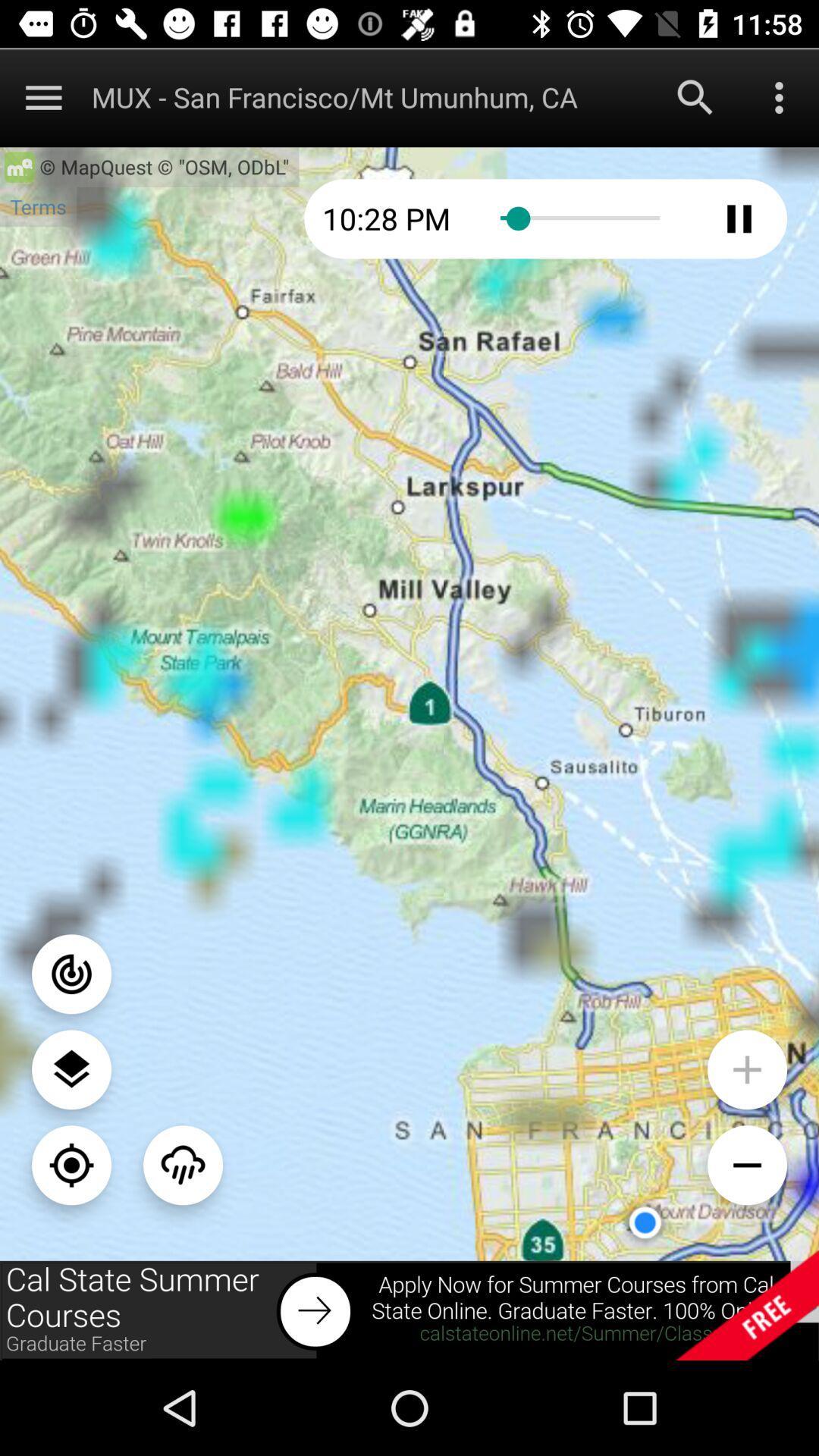 This screenshot has height=1456, width=819. Describe the element at coordinates (182, 1164) in the screenshot. I see `weather view` at that location.